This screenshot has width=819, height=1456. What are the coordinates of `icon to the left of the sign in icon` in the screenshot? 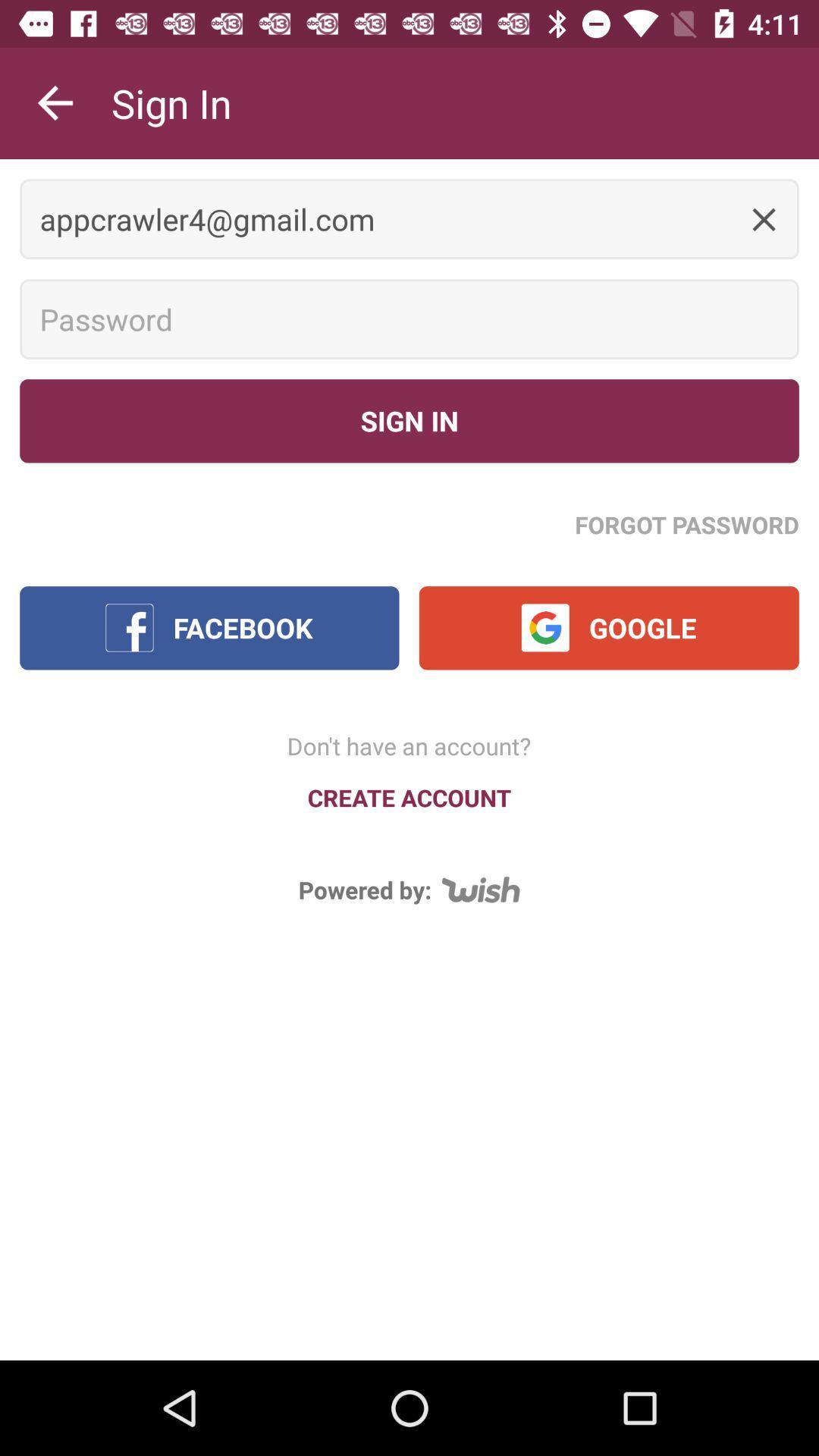 It's located at (55, 102).